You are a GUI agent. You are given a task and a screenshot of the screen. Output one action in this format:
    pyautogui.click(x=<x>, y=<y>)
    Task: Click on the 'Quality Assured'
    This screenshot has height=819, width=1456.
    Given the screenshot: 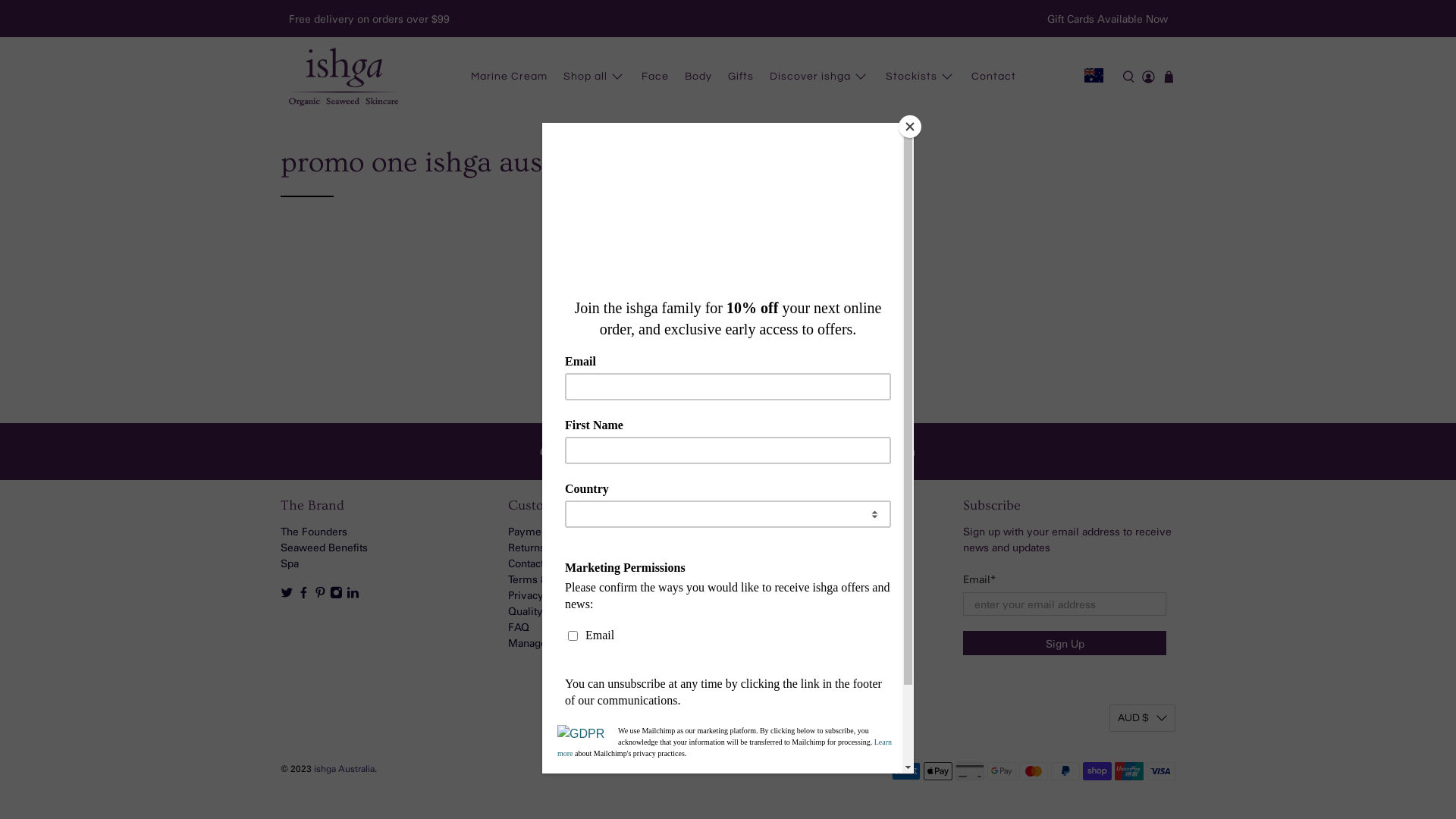 What is the action you would take?
    pyautogui.click(x=546, y=610)
    